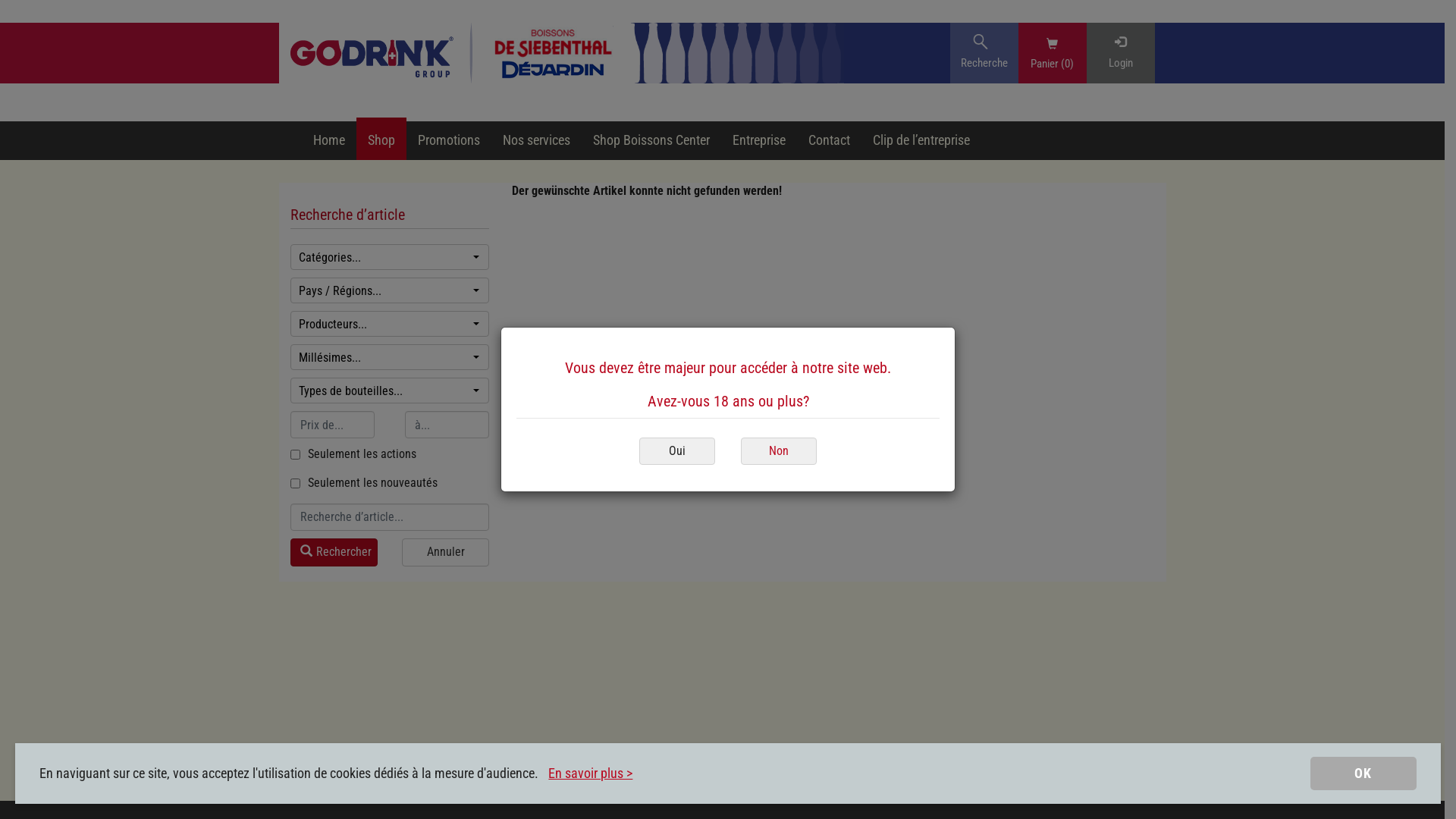 This screenshot has width=1456, height=819. What do you see at coordinates (1120, 52) in the screenshot?
I see `'Login'` at bounding box center [1120, 52].